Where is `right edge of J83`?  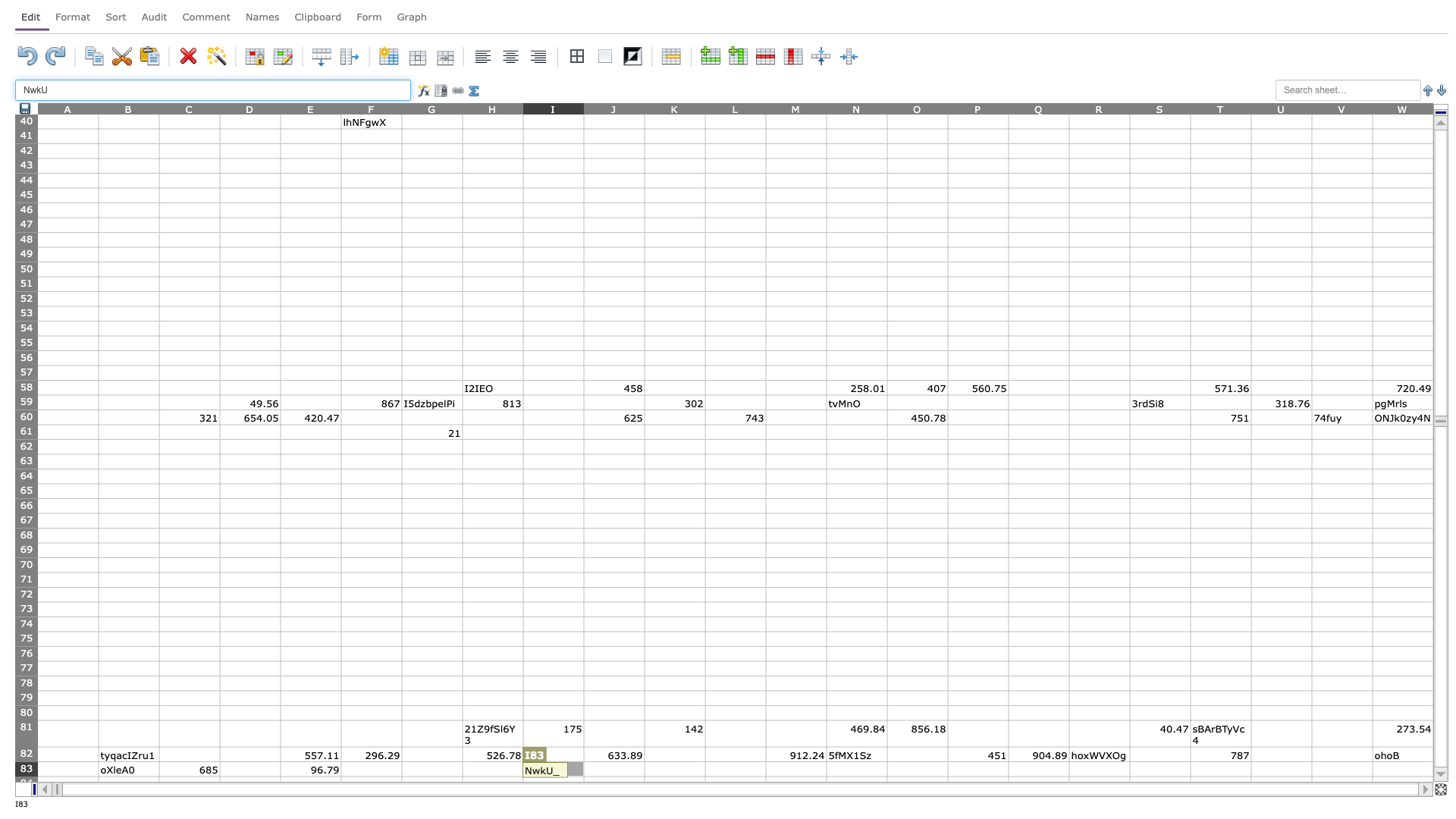
right edge of J83 is located at coordinates (644, 769).